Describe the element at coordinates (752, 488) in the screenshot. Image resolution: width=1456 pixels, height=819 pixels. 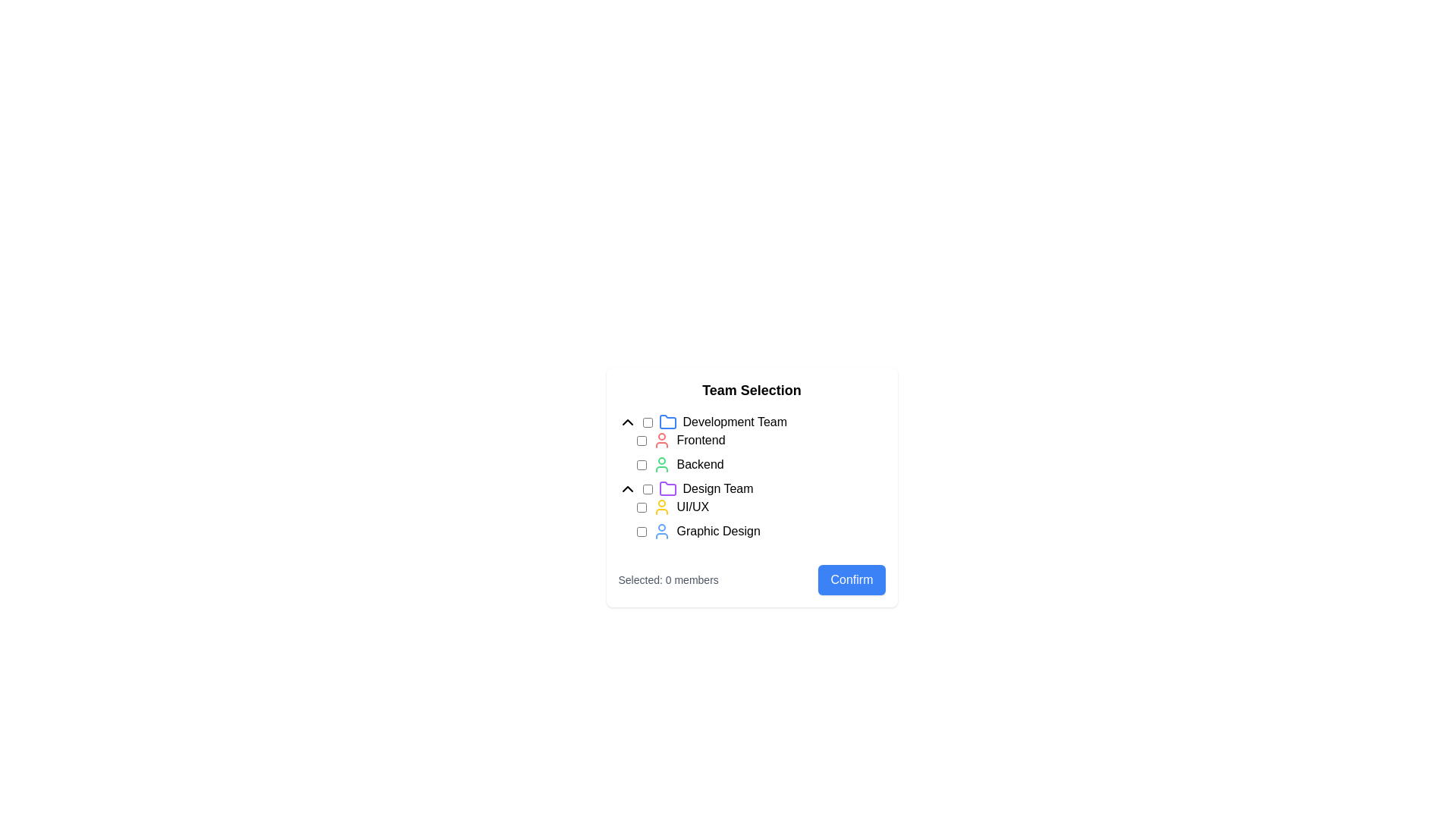
I see `the teams by clicking the checkboxes in the team selection component located in the center of the modal interface` at that location.